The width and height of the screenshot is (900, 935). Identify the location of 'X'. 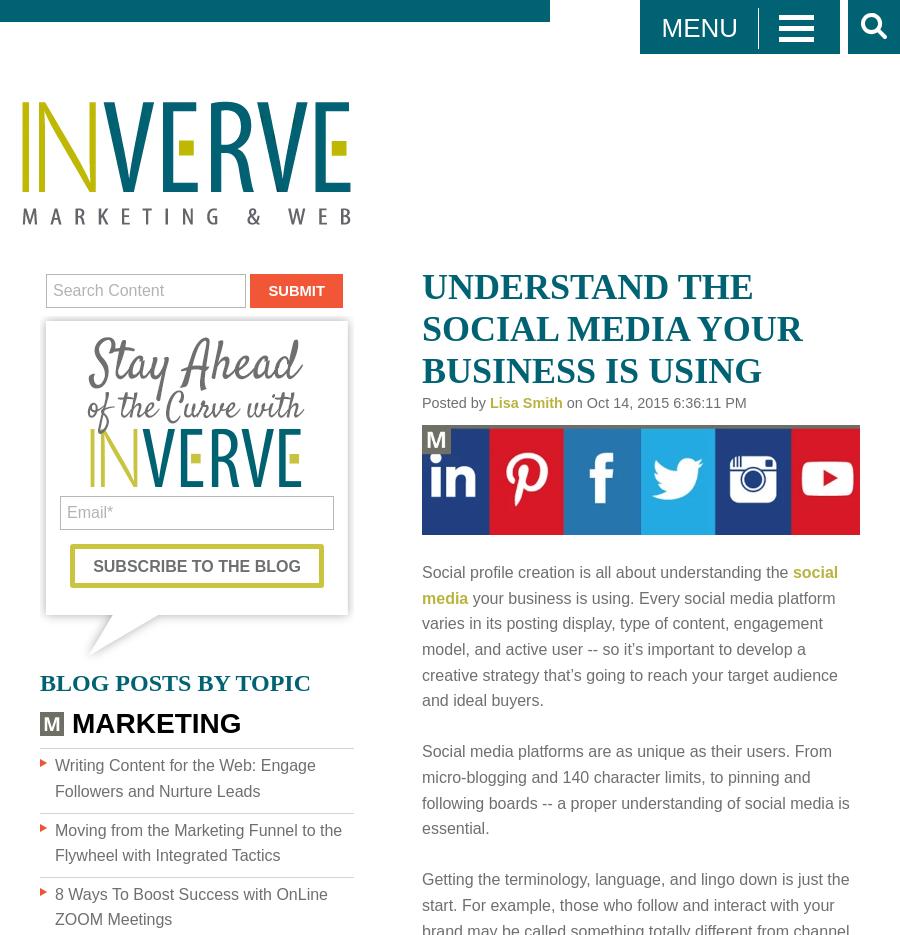
(666, 156).